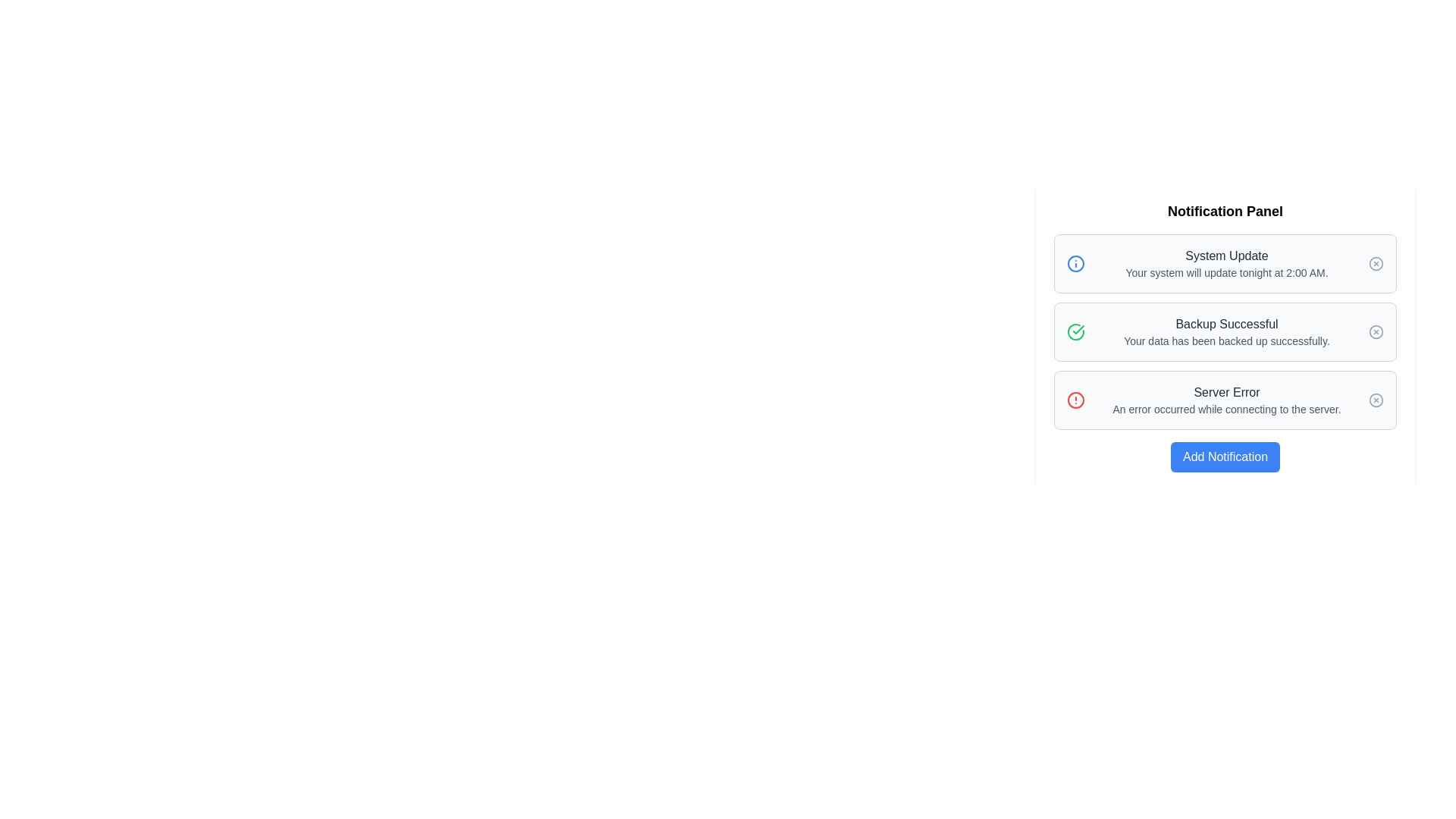  What do you see at coordinates (1226, 409) in the screenshot?
I see `text from the light gray text label that says 'An error occurred while connecting to the server.' positioned beneath the 'Server Error' heading in the notification card` at bounding box center [1226, 409].